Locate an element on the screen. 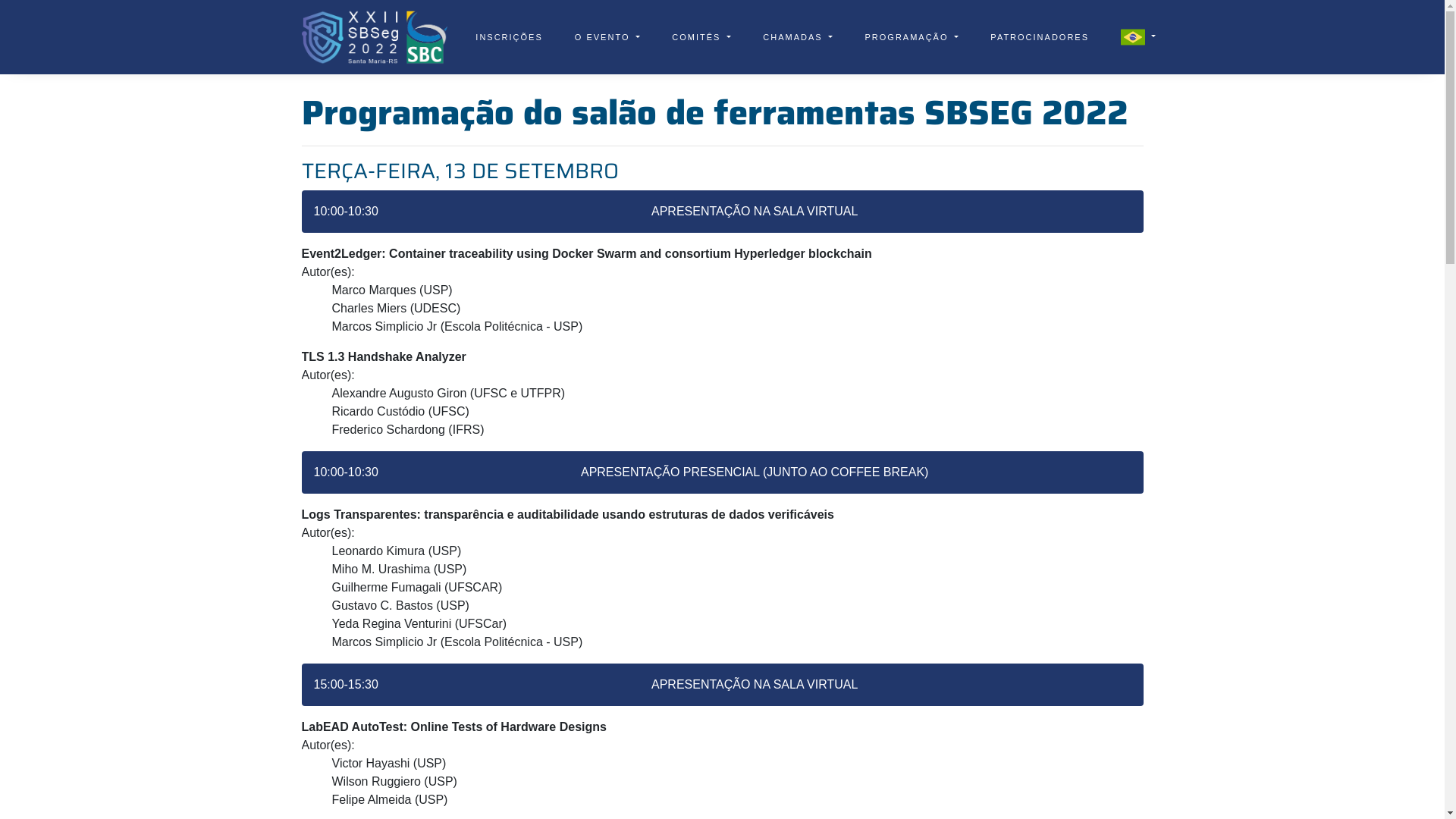 The image size is (1456, 819). 'CHAMADAS' is located at coordinates (796, 36).